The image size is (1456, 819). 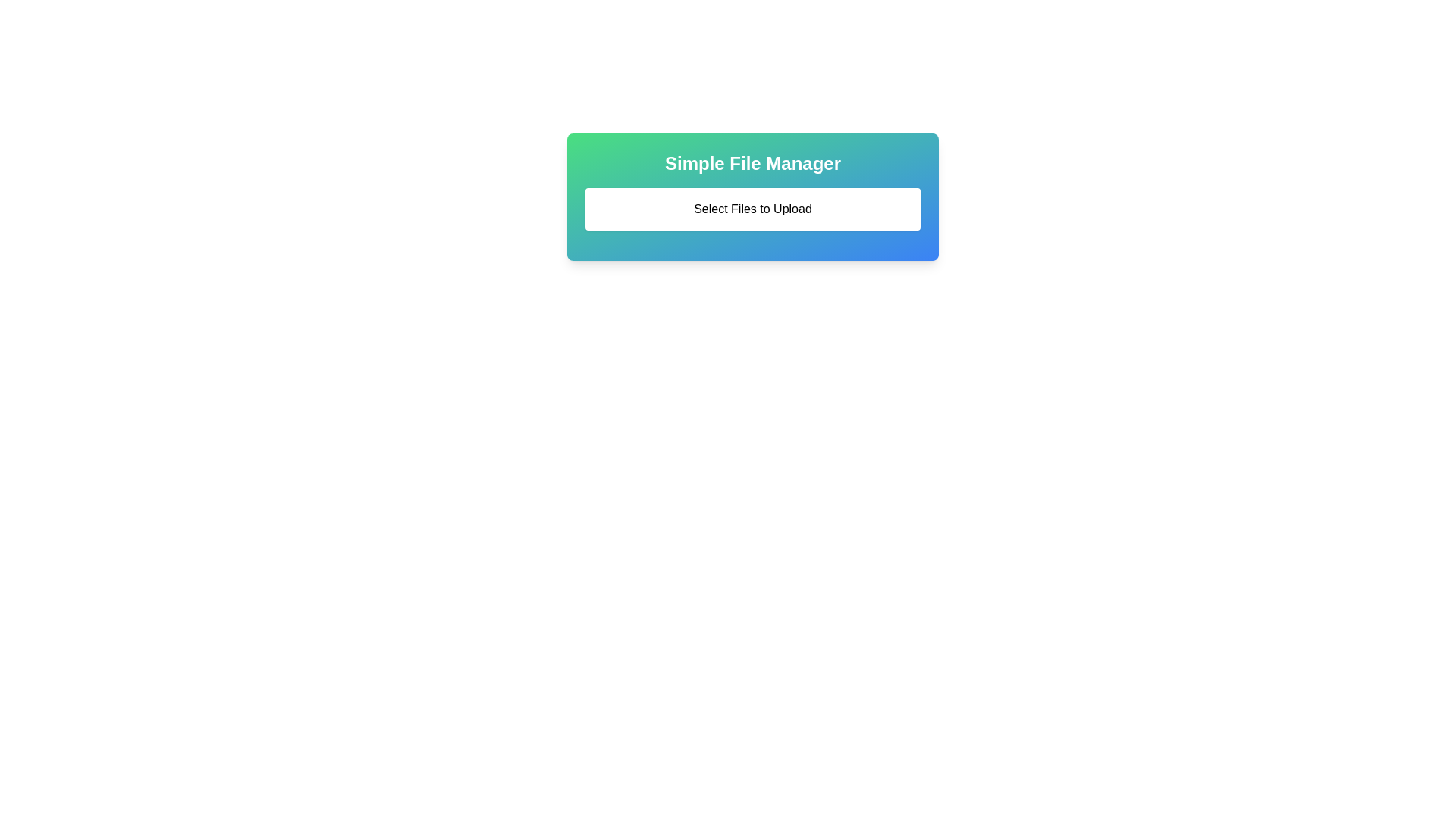 I want to click on the file selection button located below the 'Simple File Manager' title to observe interactive visual feedback, so click(x=753, y=209).